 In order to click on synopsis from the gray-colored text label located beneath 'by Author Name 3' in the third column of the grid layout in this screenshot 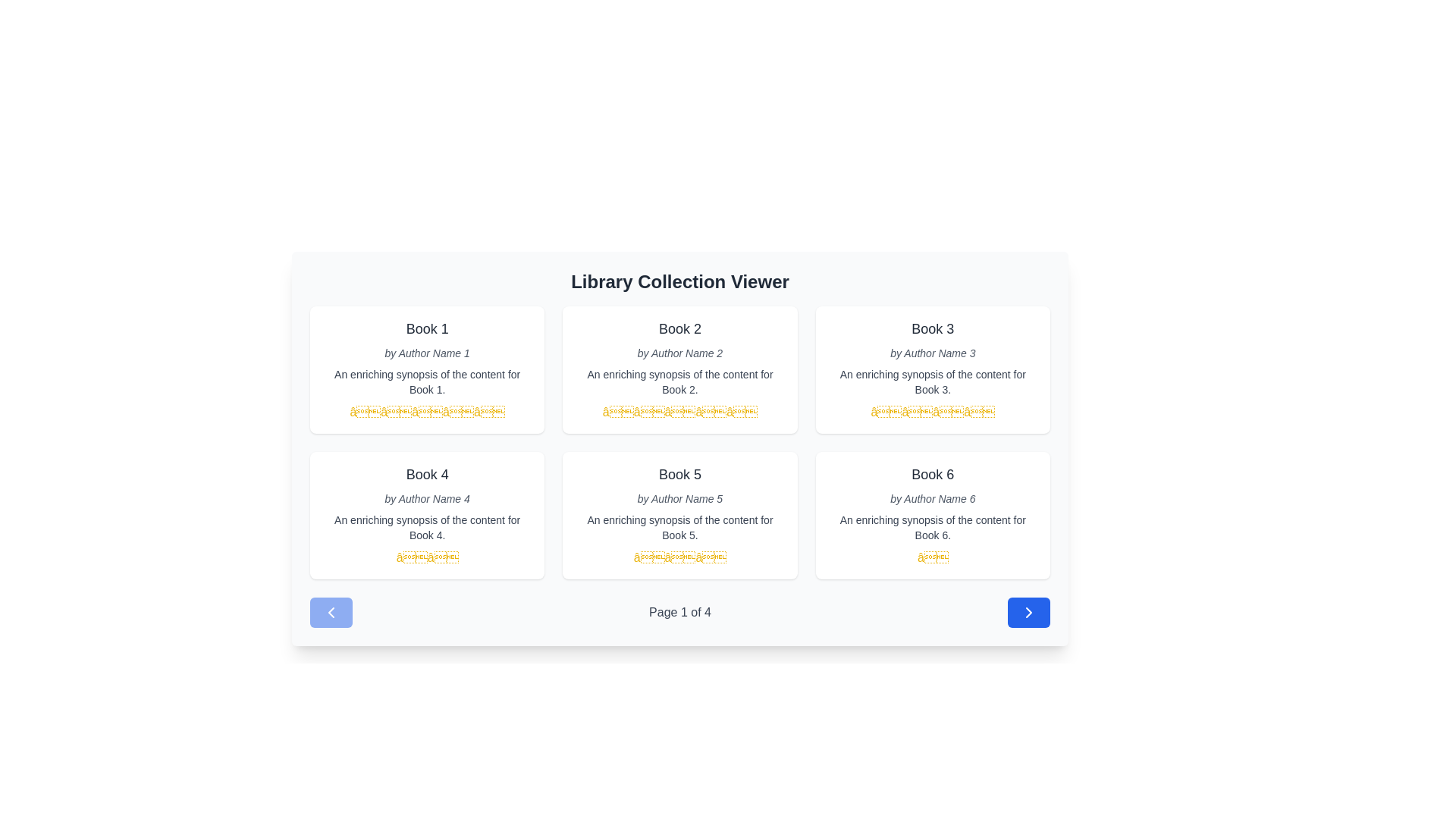, I will do `click(932, 381)`.